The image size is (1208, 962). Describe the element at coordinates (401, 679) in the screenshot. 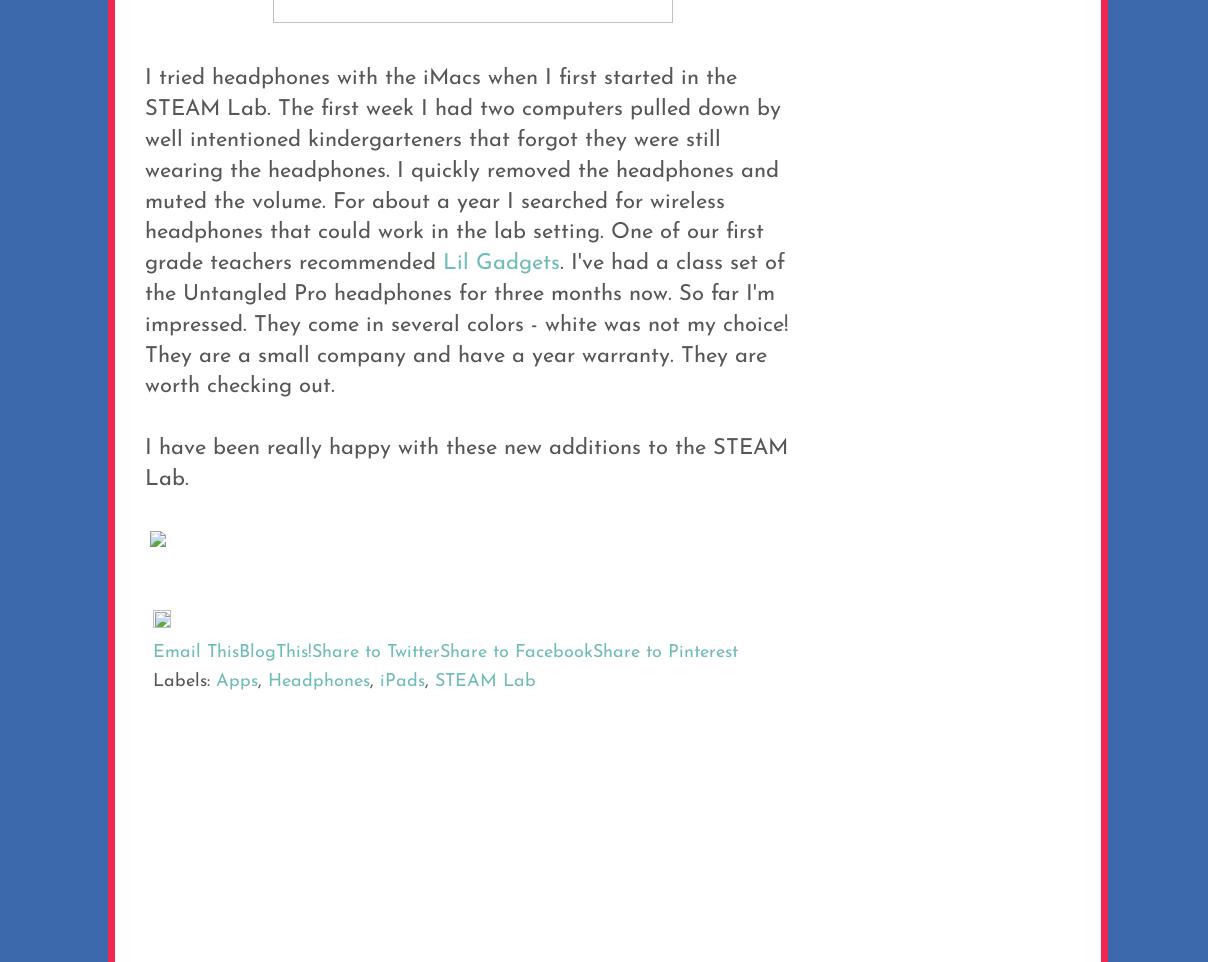

I see `'iPads'` at that location.